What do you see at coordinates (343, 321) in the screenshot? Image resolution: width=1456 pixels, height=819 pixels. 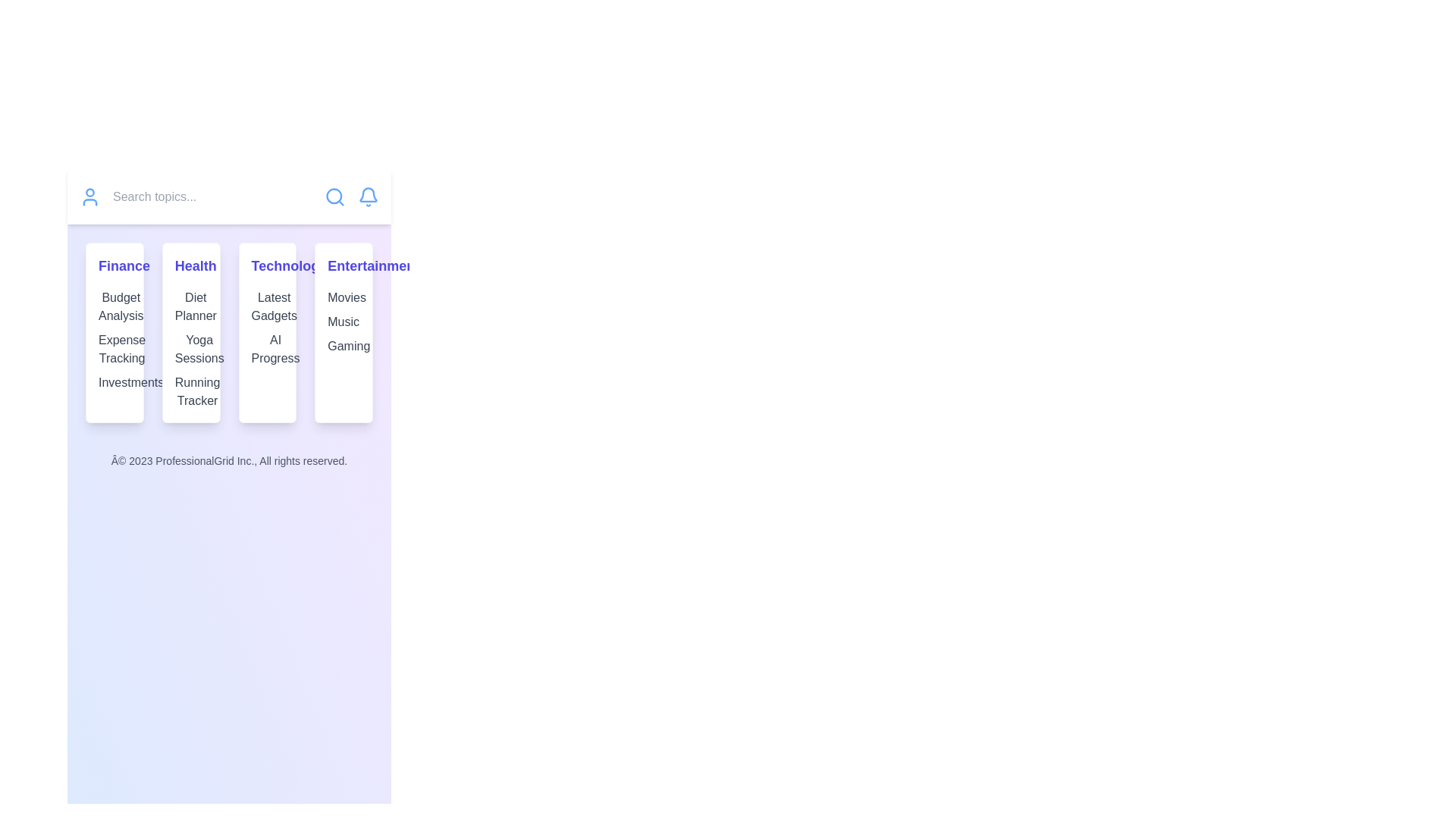 I see `the 'Music' label` at bounding box center [343, 321].